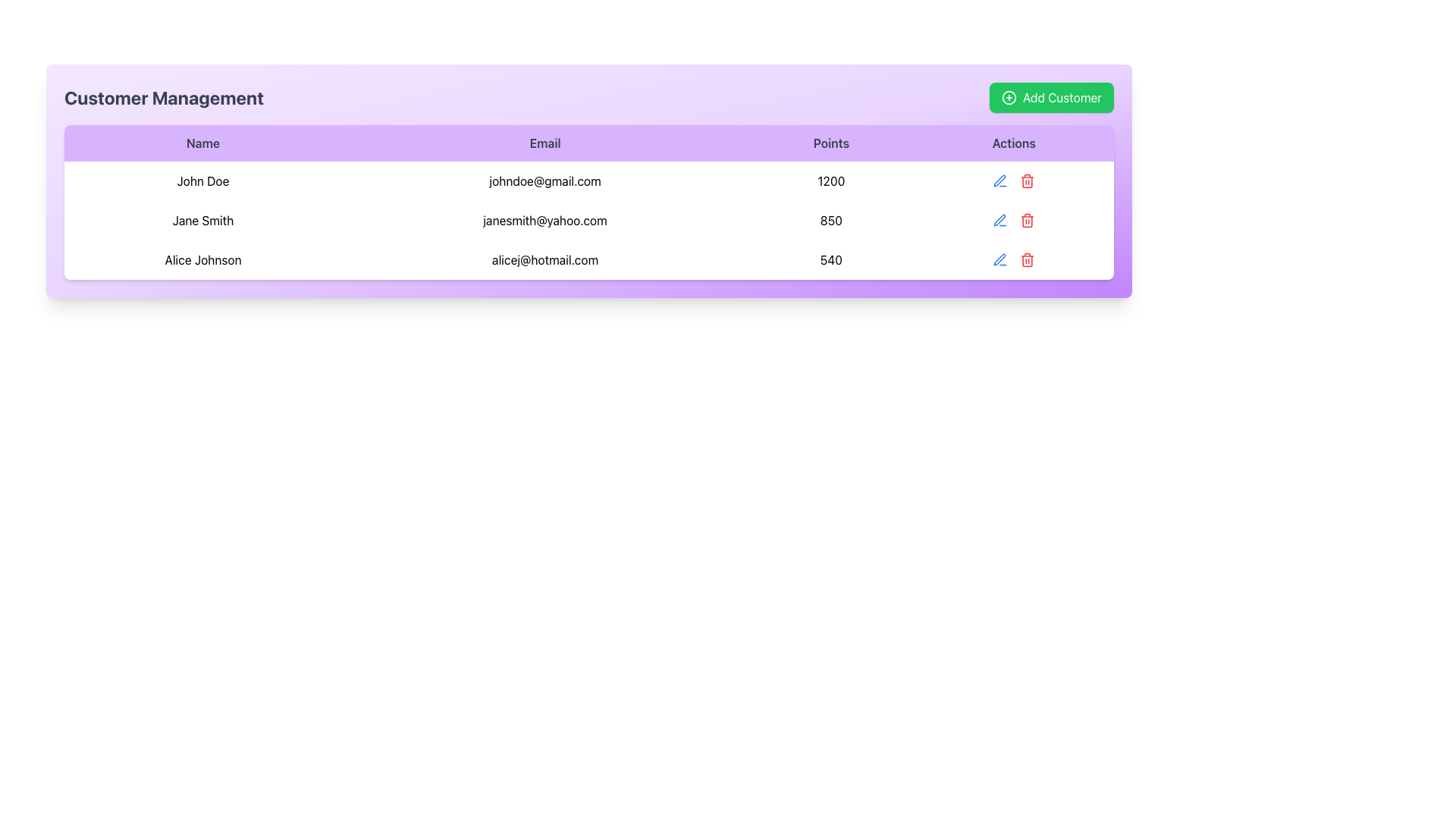  I want to click on the delete icon located in the 'Actions' column of the last row in the 'Customer Management' table, so click(1028, 259).